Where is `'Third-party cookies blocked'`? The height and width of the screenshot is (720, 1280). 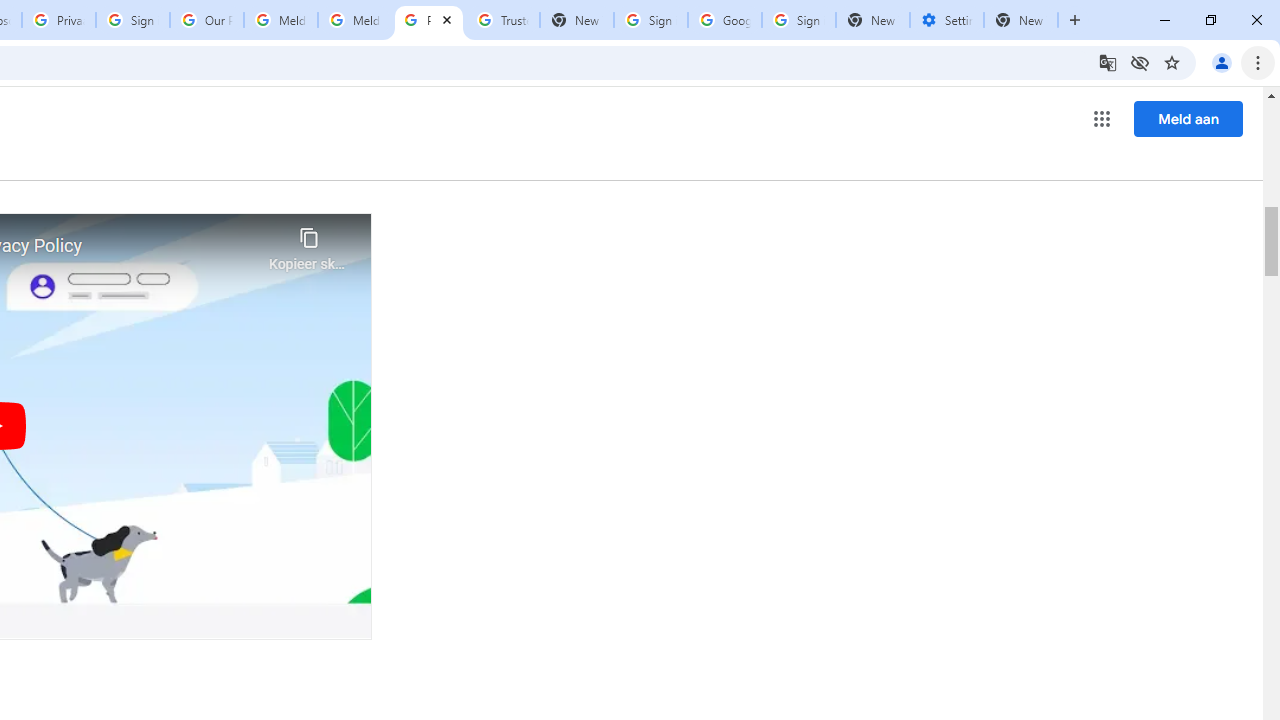
'Third-party cookies blocked' is located at coordinates (1139, 61).